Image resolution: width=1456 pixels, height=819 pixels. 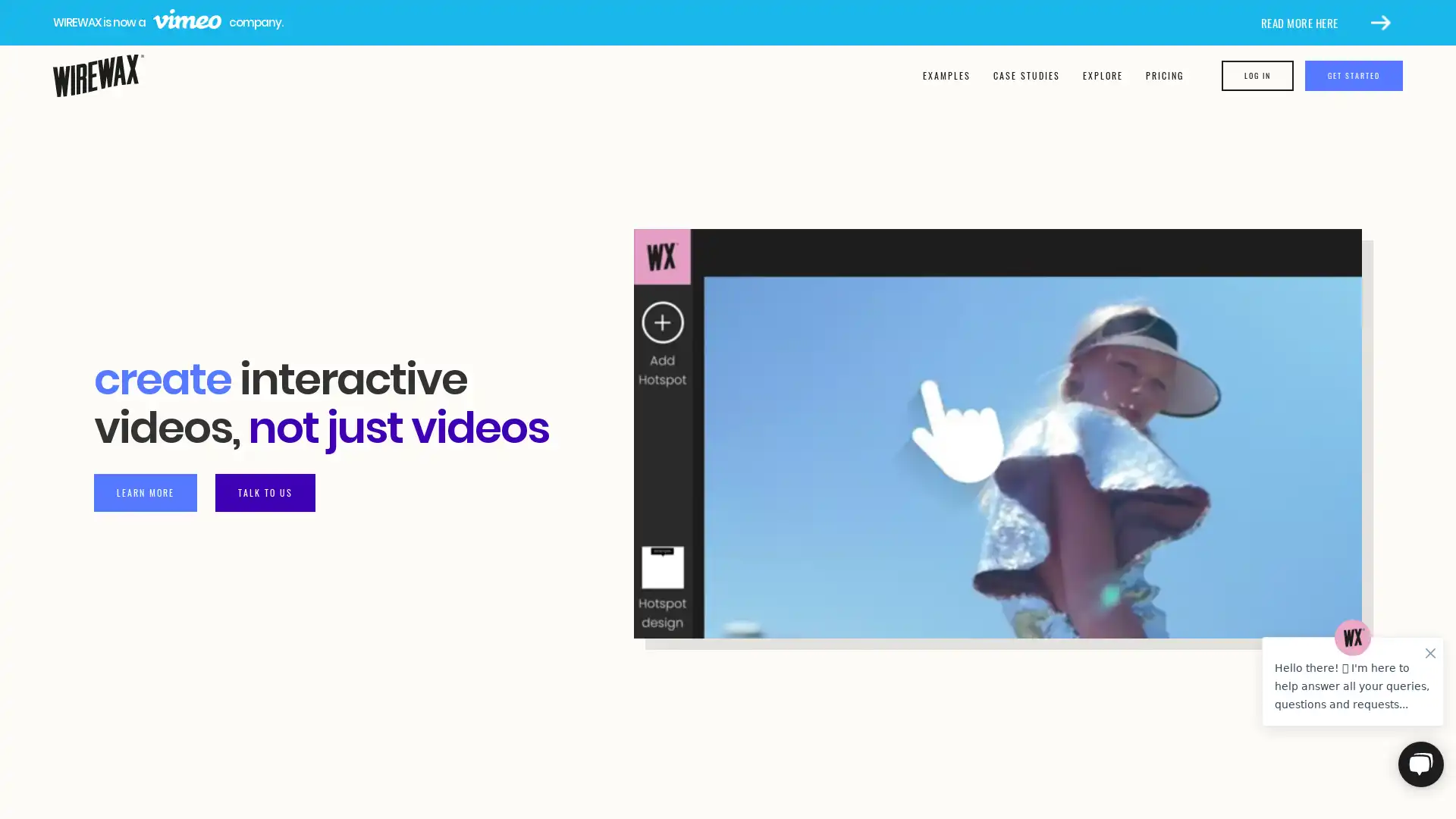 What do you see at coordinates (265, 491) in the screenshot?
I see `TALK TO US` at bounding box center [265, 491].